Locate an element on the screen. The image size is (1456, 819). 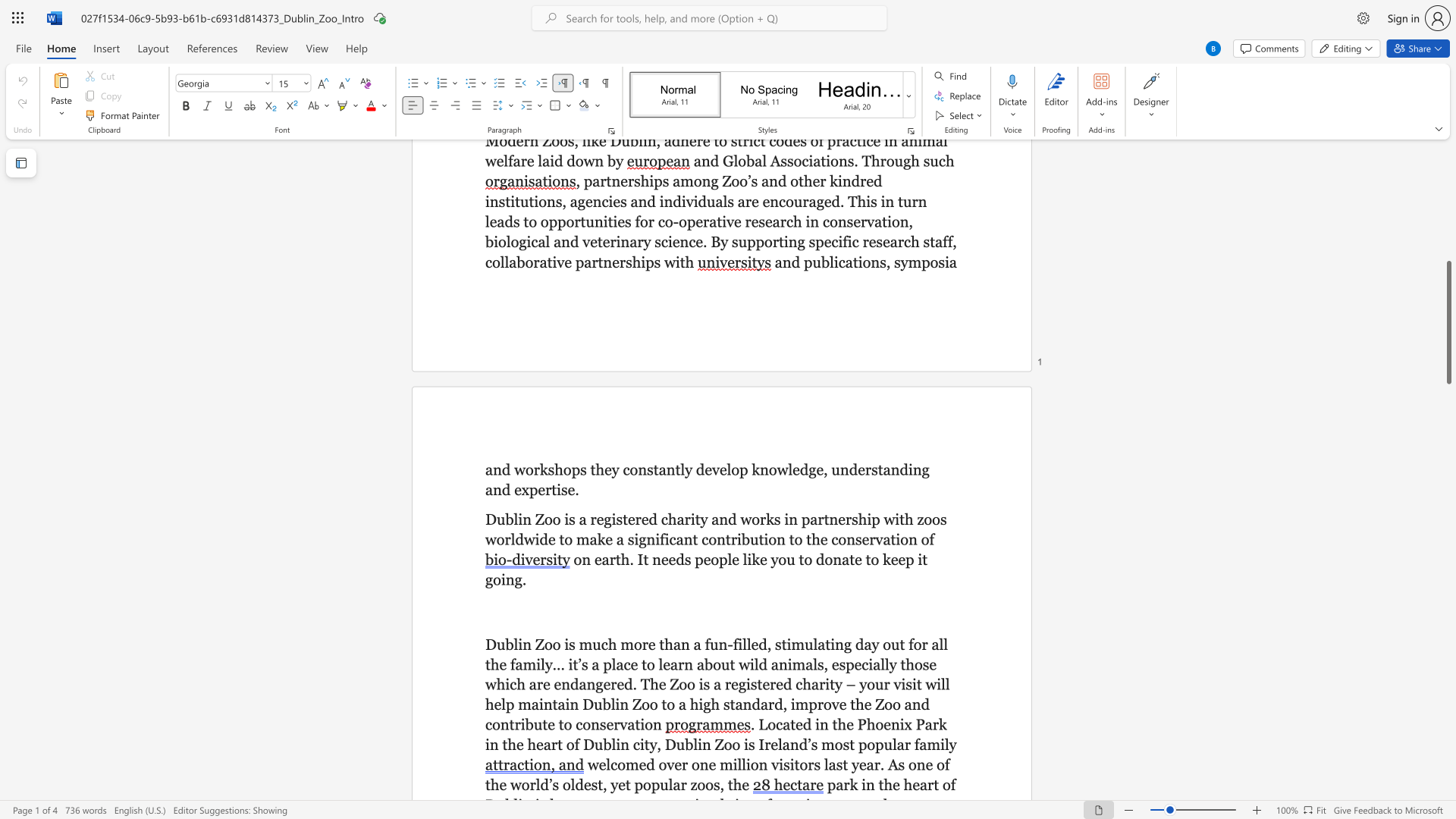
the 1th character "r" in the text is located at coordinates (682, 784).